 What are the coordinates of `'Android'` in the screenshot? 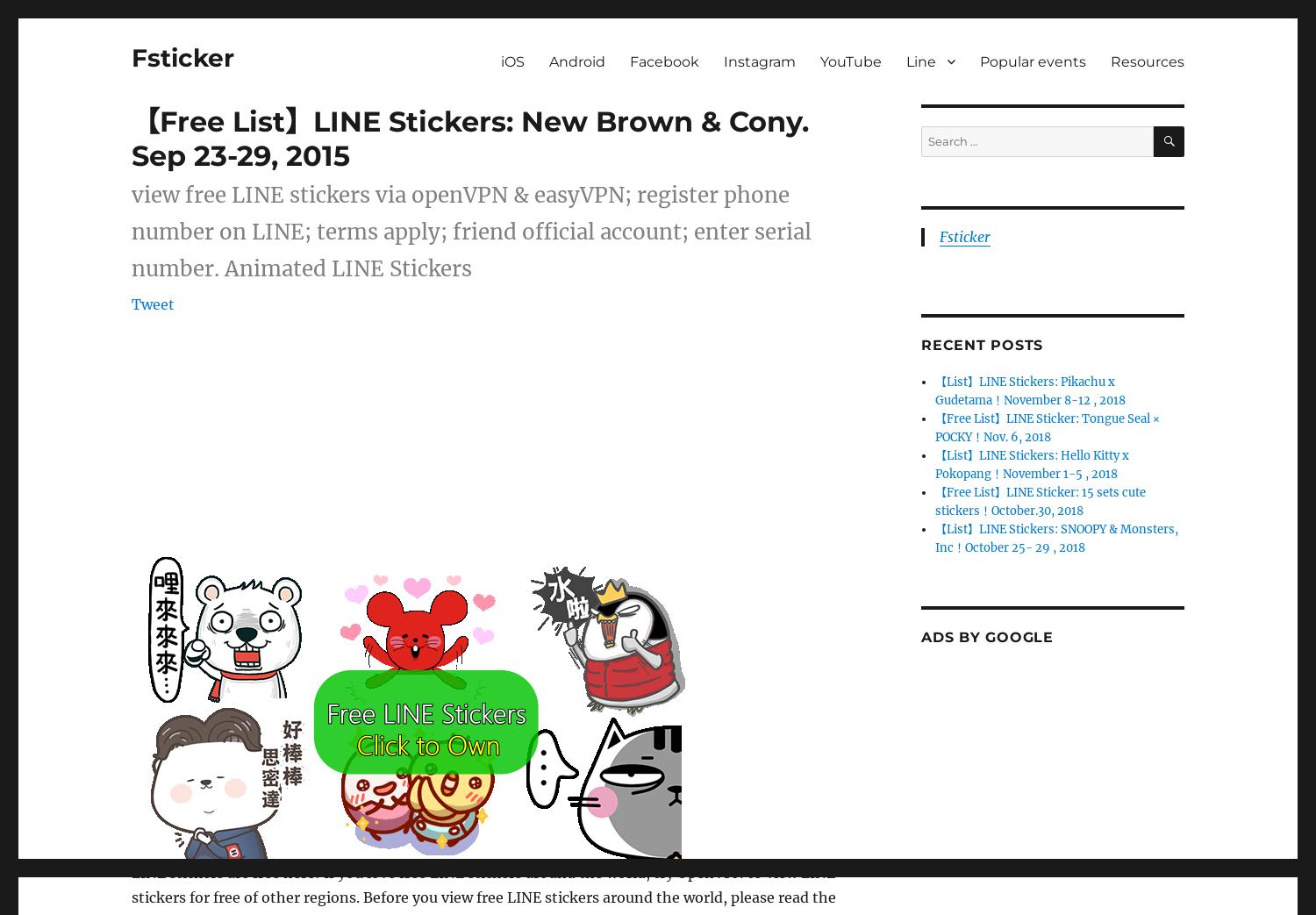 It's located at (577, 60).